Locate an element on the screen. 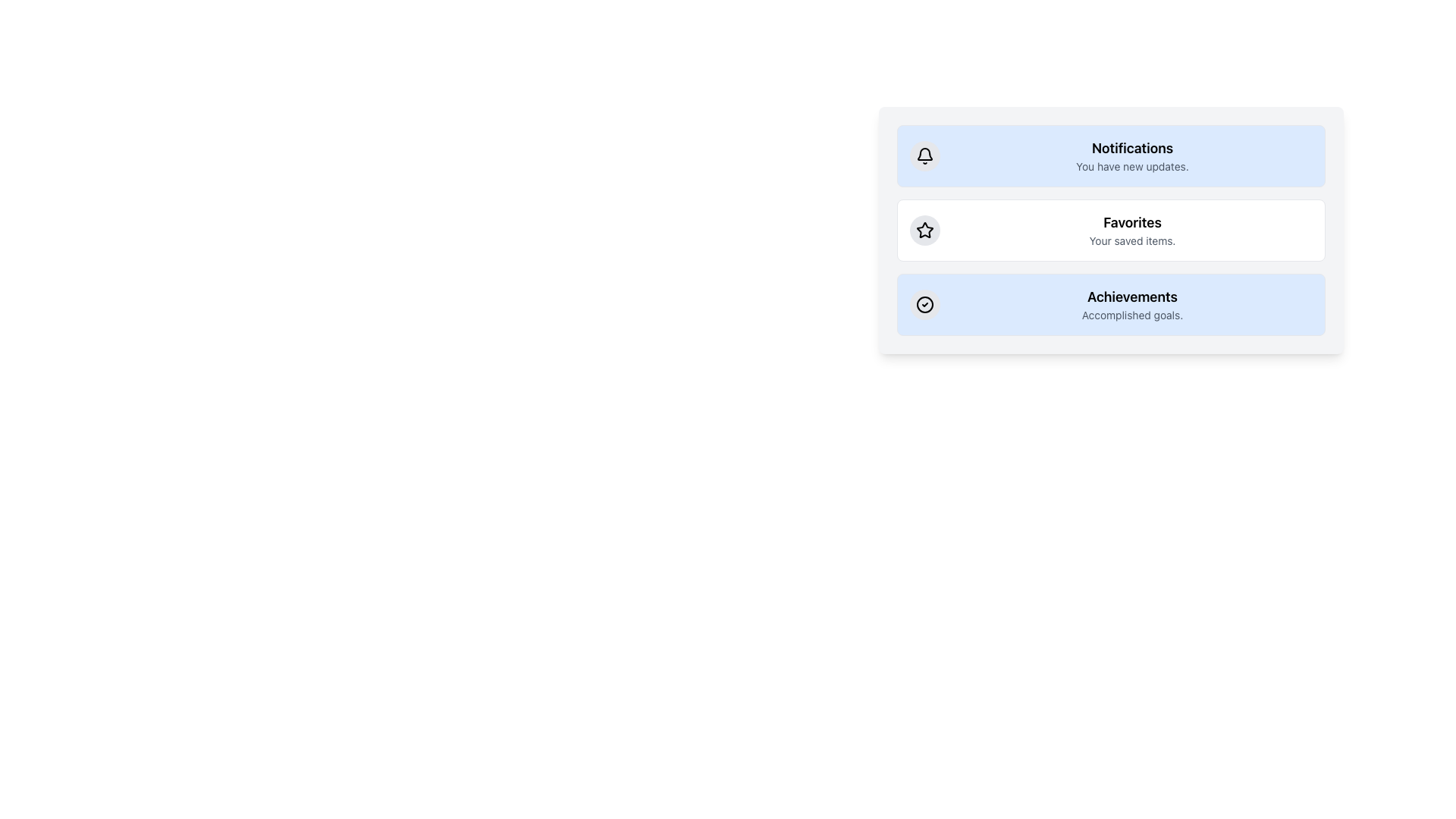 Image resolution: width=1456 pixels, height=819 pixels. the 'Favorites' card, which is the second card in a group of three is located at coordinates (1111, 231).